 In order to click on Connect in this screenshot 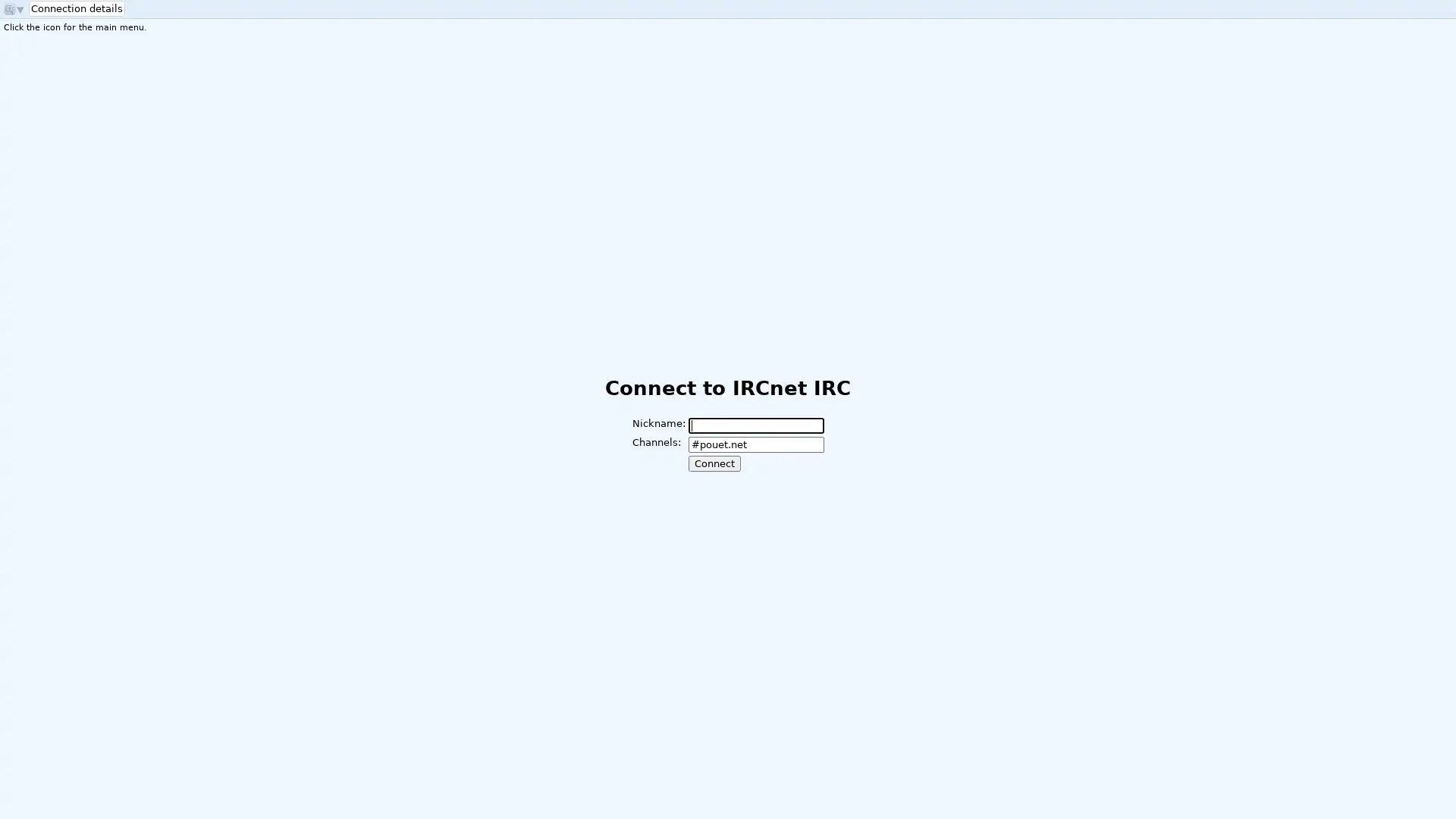, I will do `click(713, 463)`.